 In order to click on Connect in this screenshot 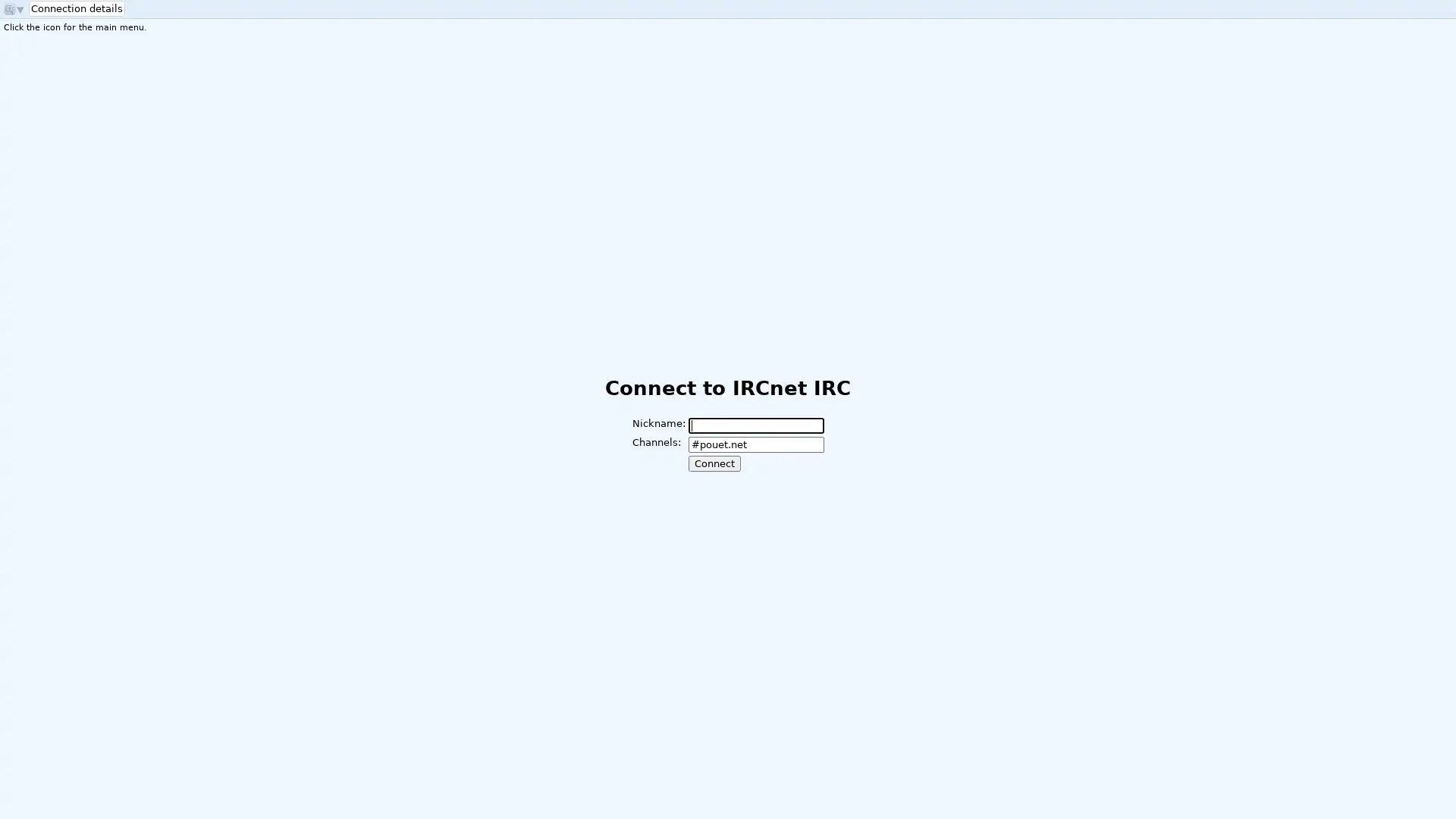, I will do `click(713, 463)`.